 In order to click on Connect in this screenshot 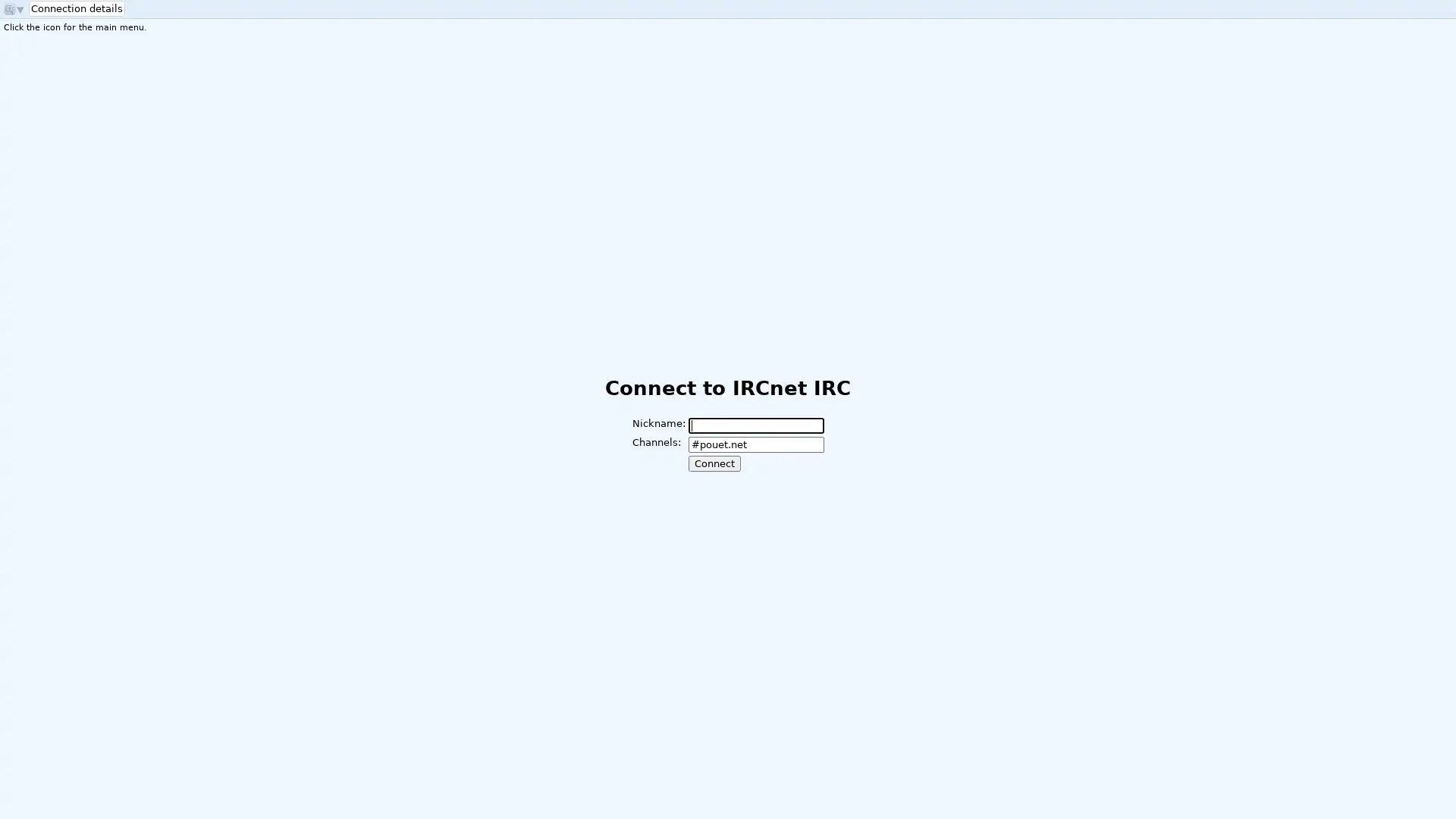, I will do `click(713, 463)`.